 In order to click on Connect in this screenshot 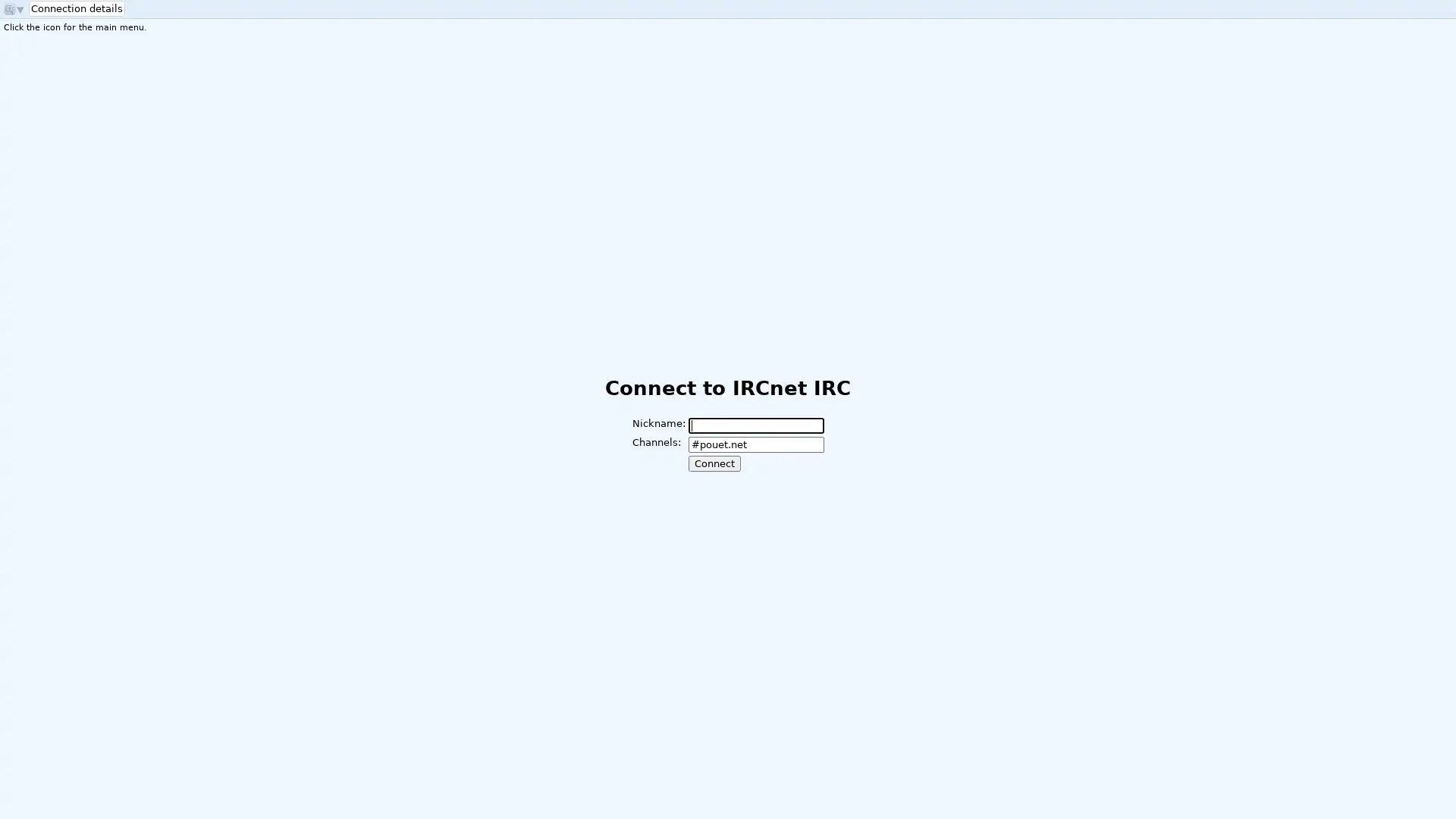, I will do `click(713, 463)`.